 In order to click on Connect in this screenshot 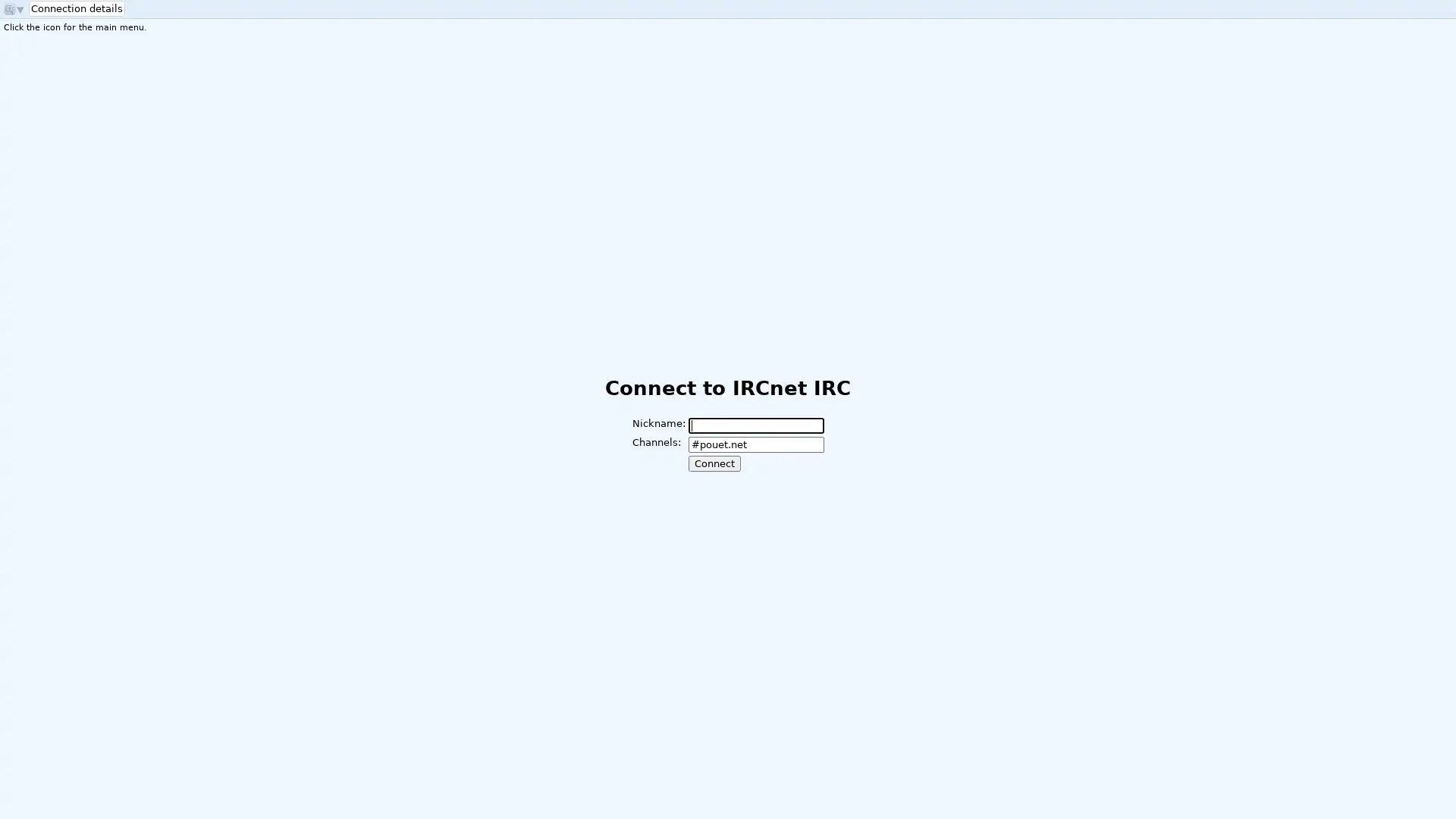, I will do `click(713, 463)`.